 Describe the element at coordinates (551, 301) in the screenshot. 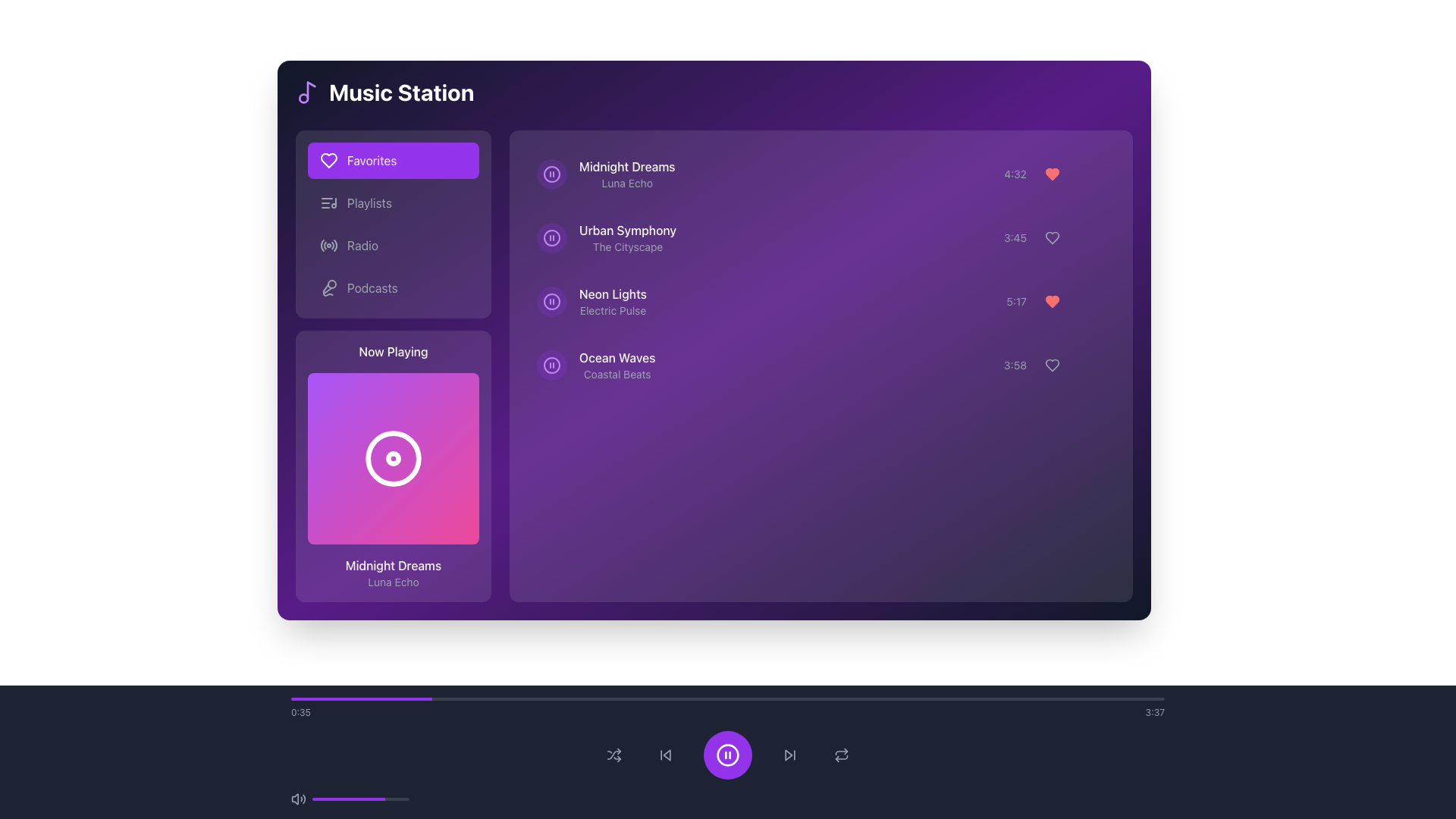

I see `the circular pause button icon styled in purple, located beside the song title 'Neon Lights' and artist 'Electric Pulse'` at that location.